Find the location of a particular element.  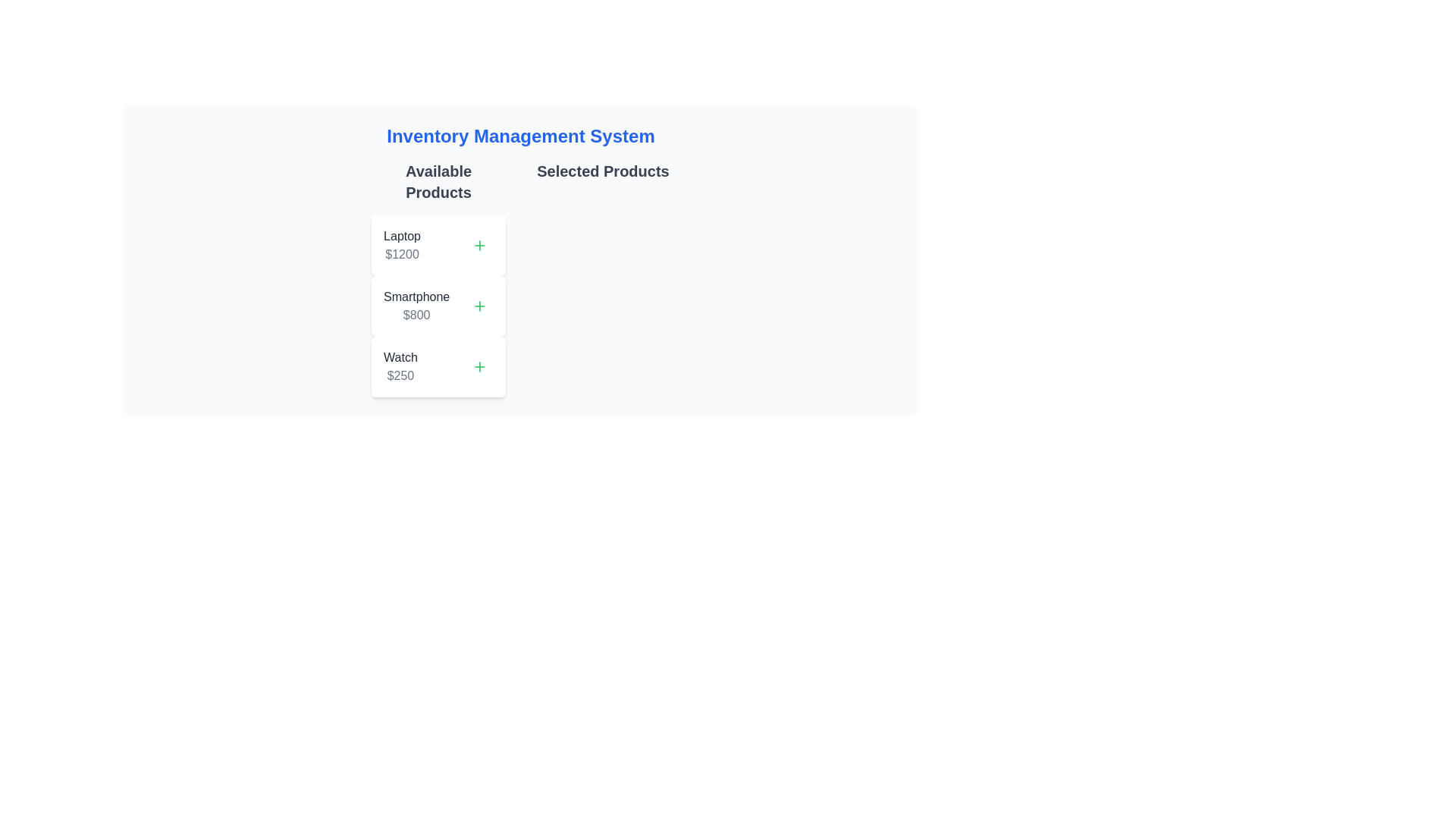

the third plus icon next to the 'Watch $250' product description under the 'Available Products' heading is located at coordinates (479, 366).